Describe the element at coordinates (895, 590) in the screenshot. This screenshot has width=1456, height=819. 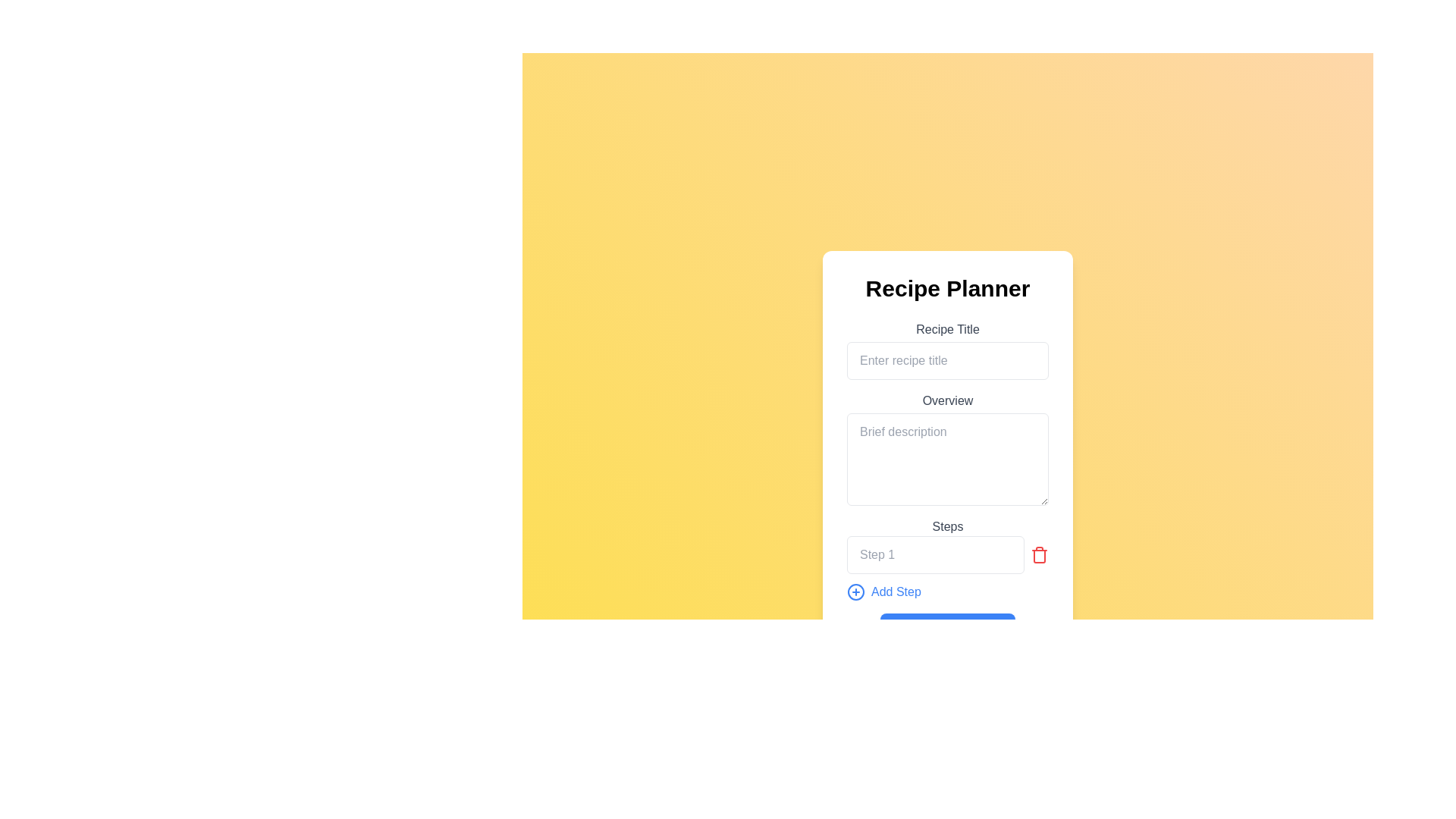
I see `the 'Add Step' text element, which is styled in blue and is part of the Steps section` at that location.